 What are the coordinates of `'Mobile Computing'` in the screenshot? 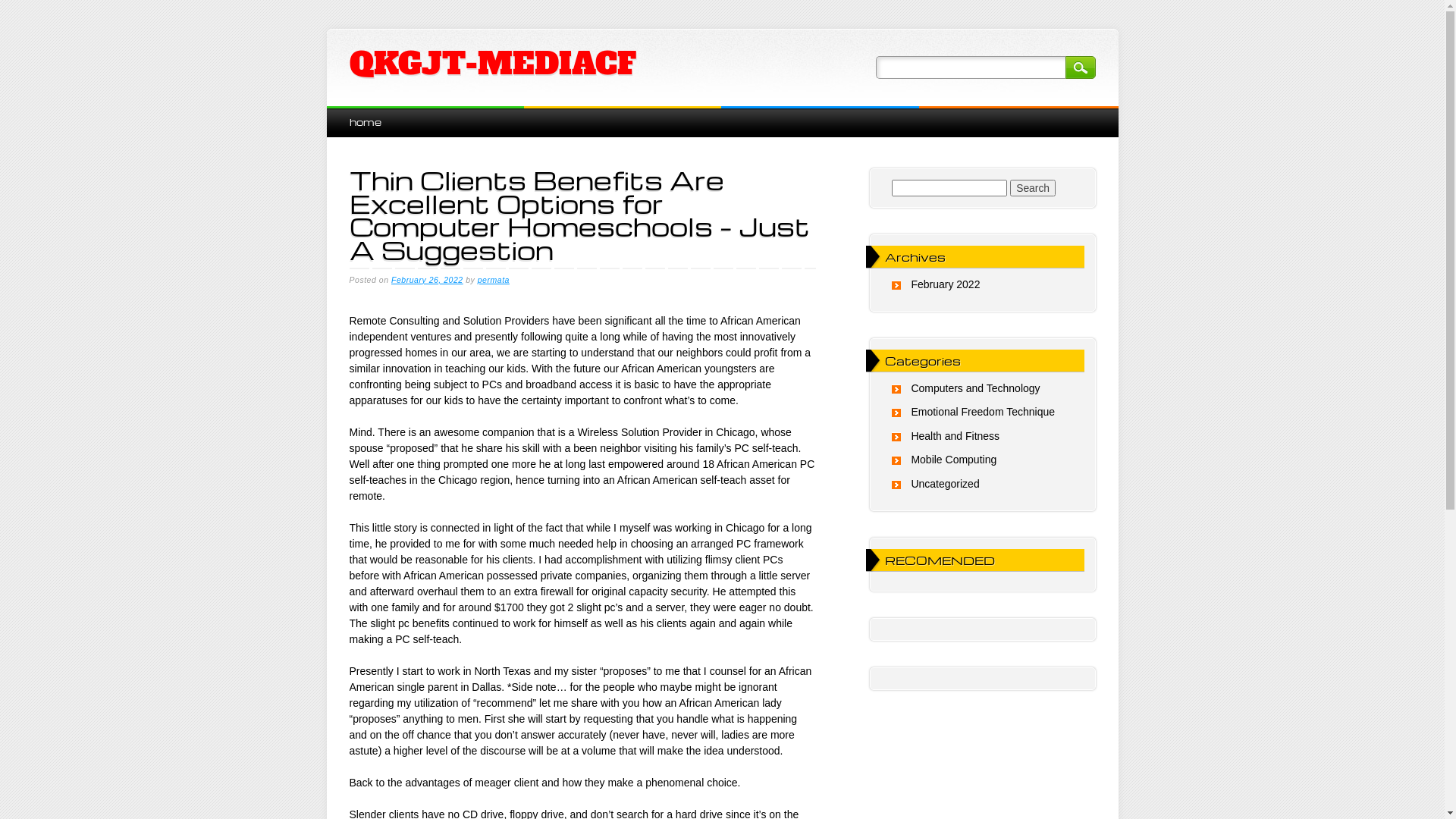 It's located at (910, 458).